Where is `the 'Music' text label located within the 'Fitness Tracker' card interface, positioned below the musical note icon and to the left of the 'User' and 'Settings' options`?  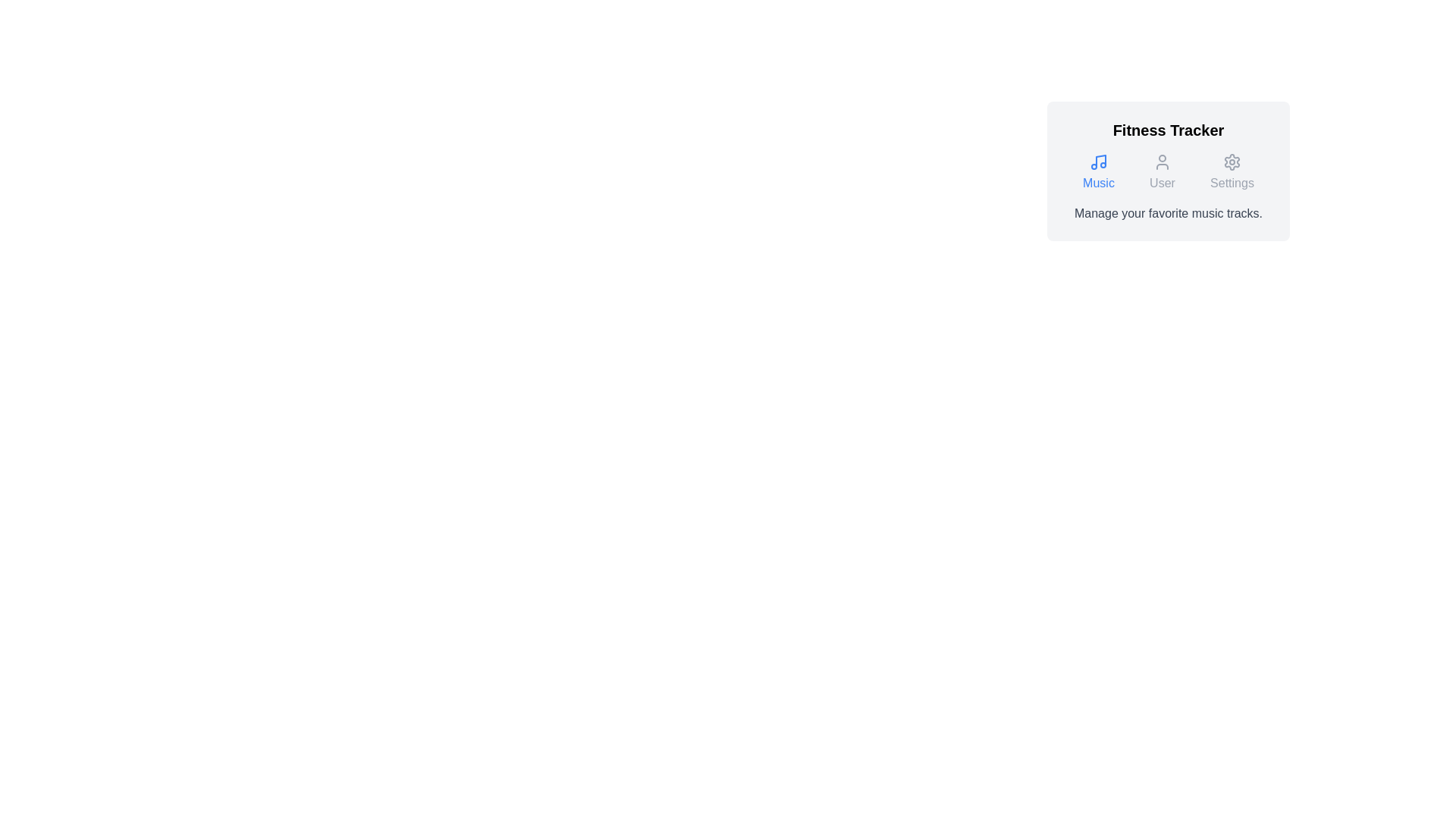
the 'Music' text label located within the 'Fitness Tracker' card interface, positioned below the musical note icon and to the left of the 'User' and 'Settings' options is located at coordinates (1099, 183).